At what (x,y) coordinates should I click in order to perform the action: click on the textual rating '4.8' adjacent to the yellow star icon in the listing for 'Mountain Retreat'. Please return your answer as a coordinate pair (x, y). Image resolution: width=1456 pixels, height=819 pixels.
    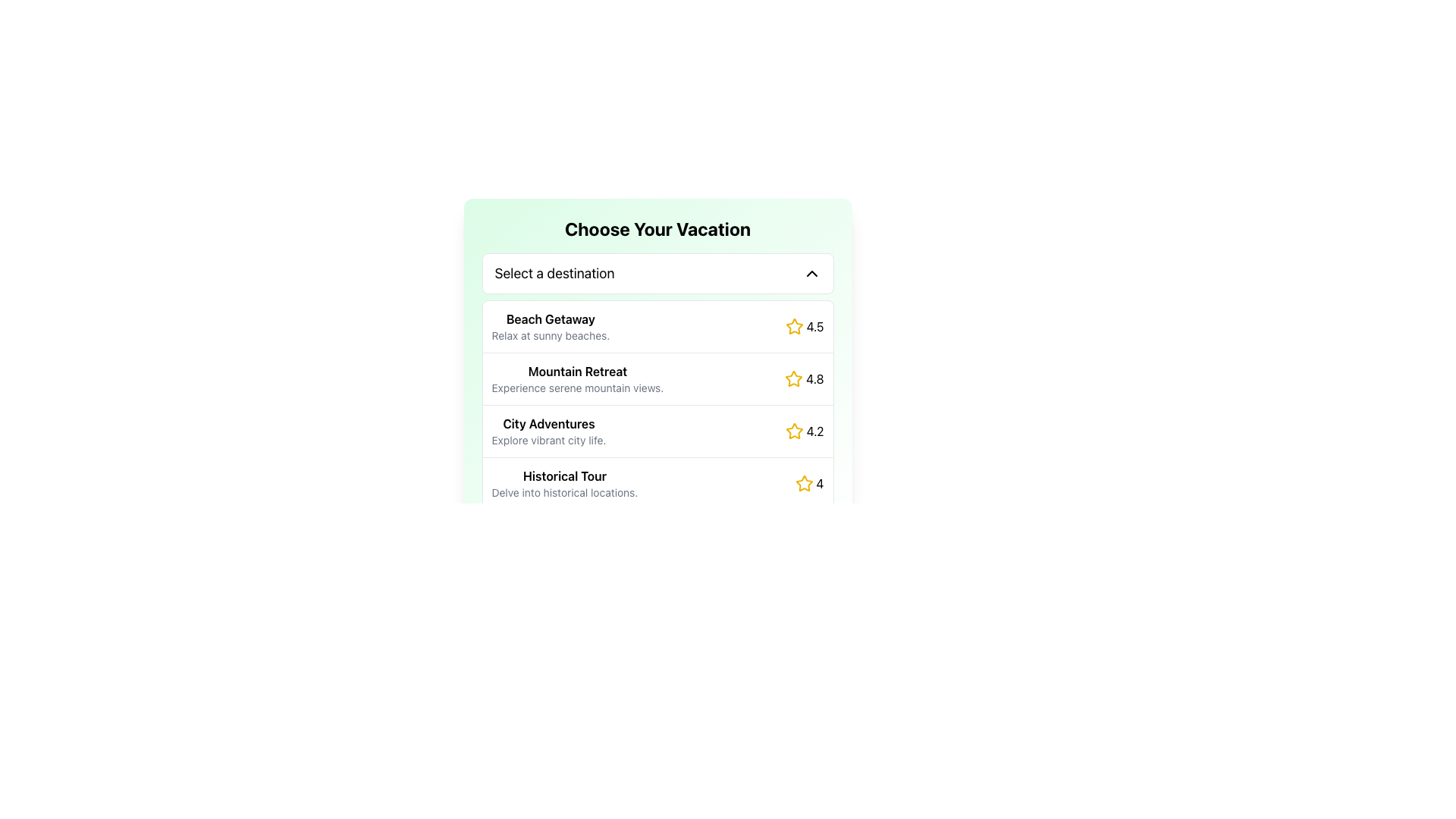
    Looking at the image, I should click on (814, 378).